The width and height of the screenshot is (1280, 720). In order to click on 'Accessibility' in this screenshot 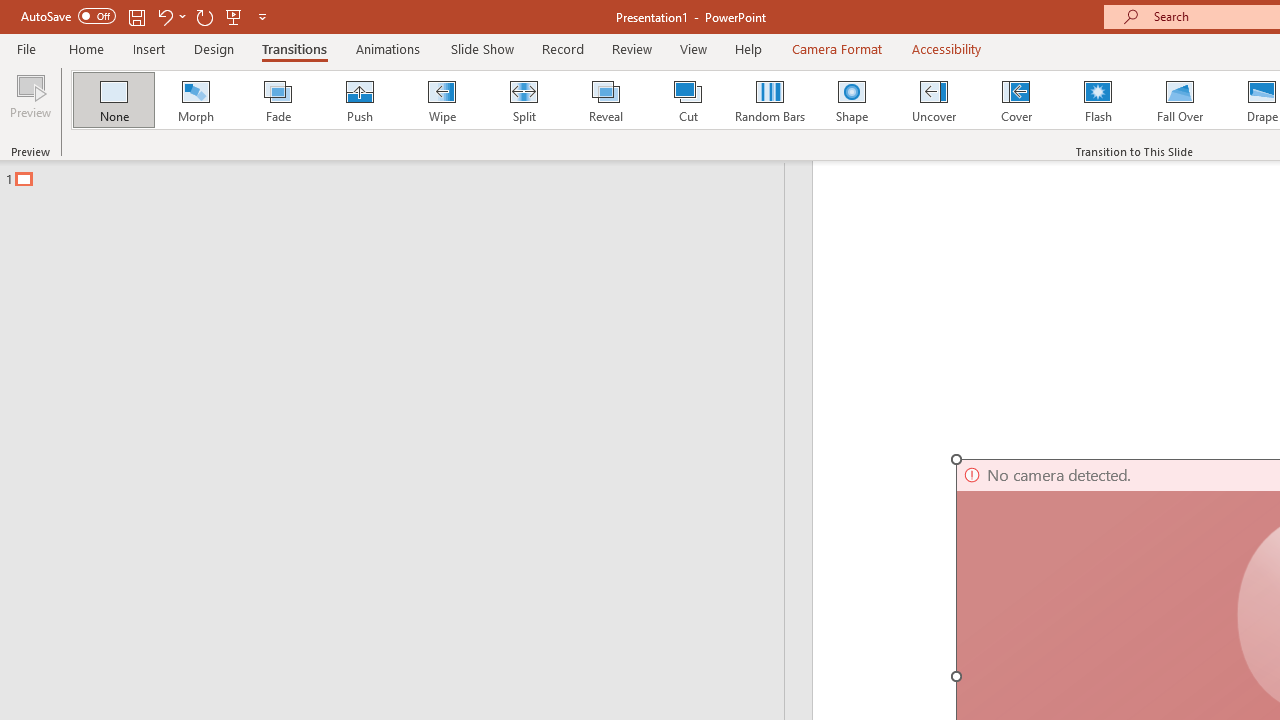, I will do `click(946, 48)`.